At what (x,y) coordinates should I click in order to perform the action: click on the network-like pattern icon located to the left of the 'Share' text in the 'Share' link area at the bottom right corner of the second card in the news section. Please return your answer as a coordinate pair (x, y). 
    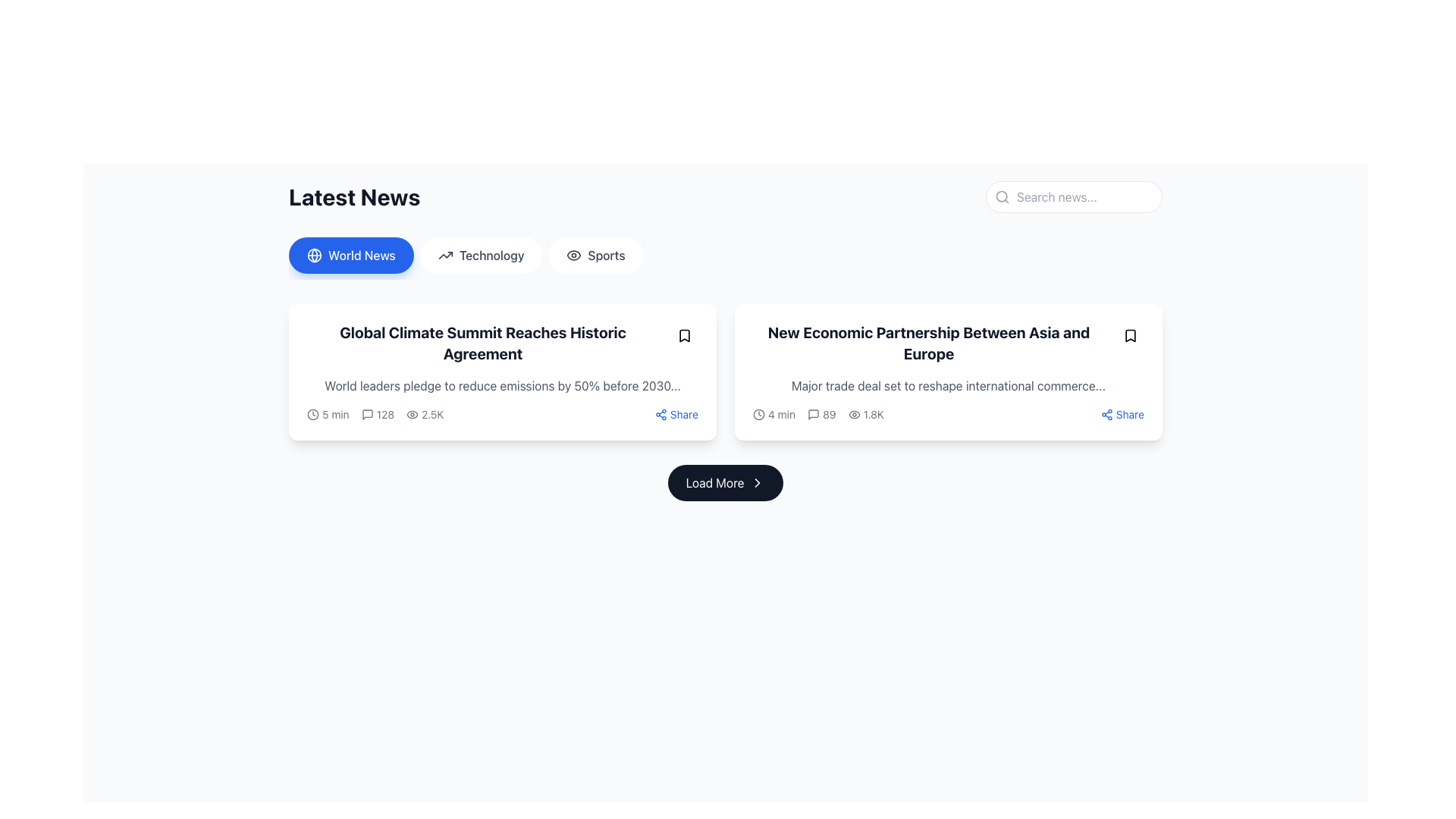
    Looking at the image, I should click on (661, 415).